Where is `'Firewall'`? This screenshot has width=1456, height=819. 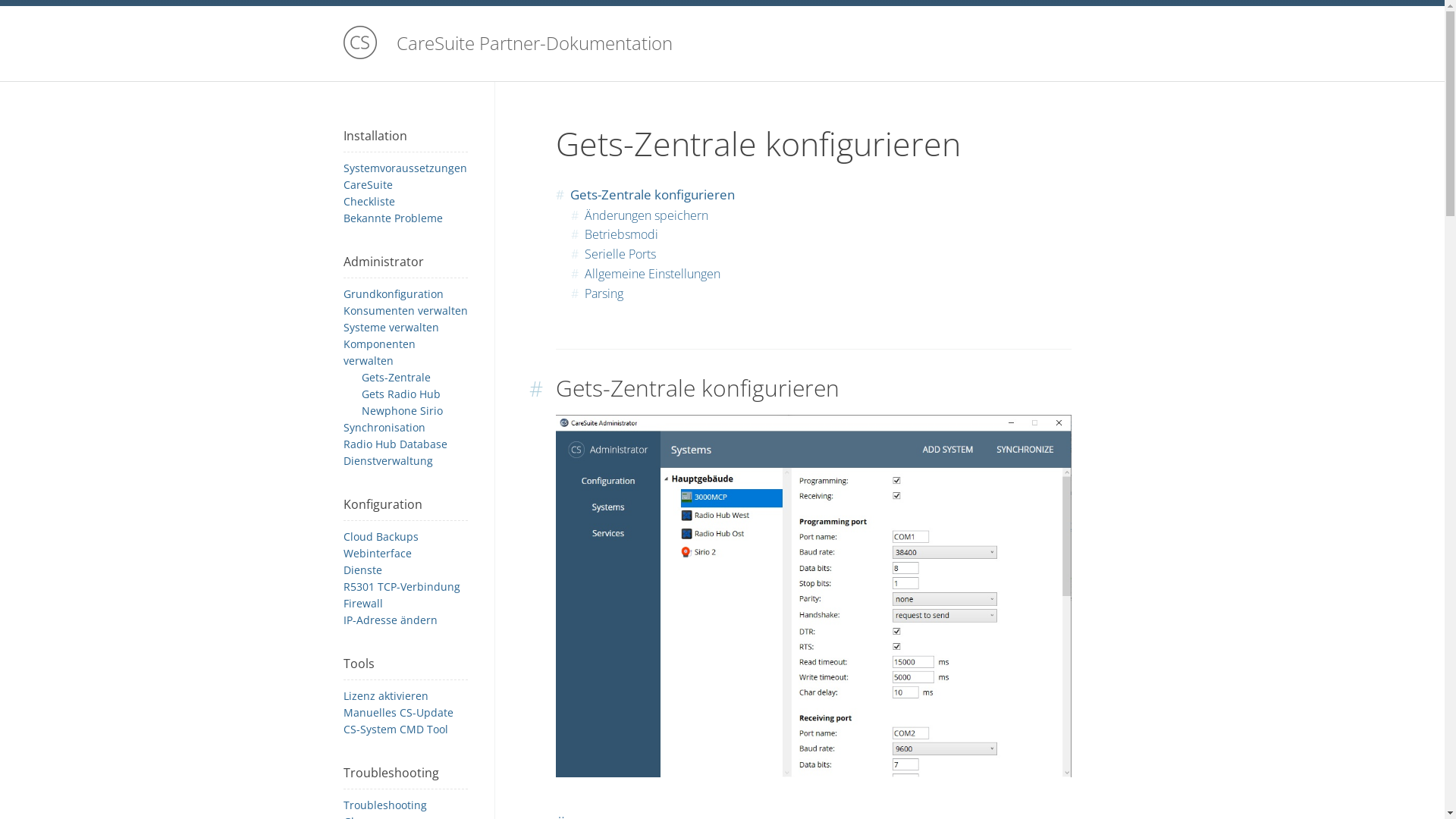
'Firewall' is located at coordinates (362, 602).